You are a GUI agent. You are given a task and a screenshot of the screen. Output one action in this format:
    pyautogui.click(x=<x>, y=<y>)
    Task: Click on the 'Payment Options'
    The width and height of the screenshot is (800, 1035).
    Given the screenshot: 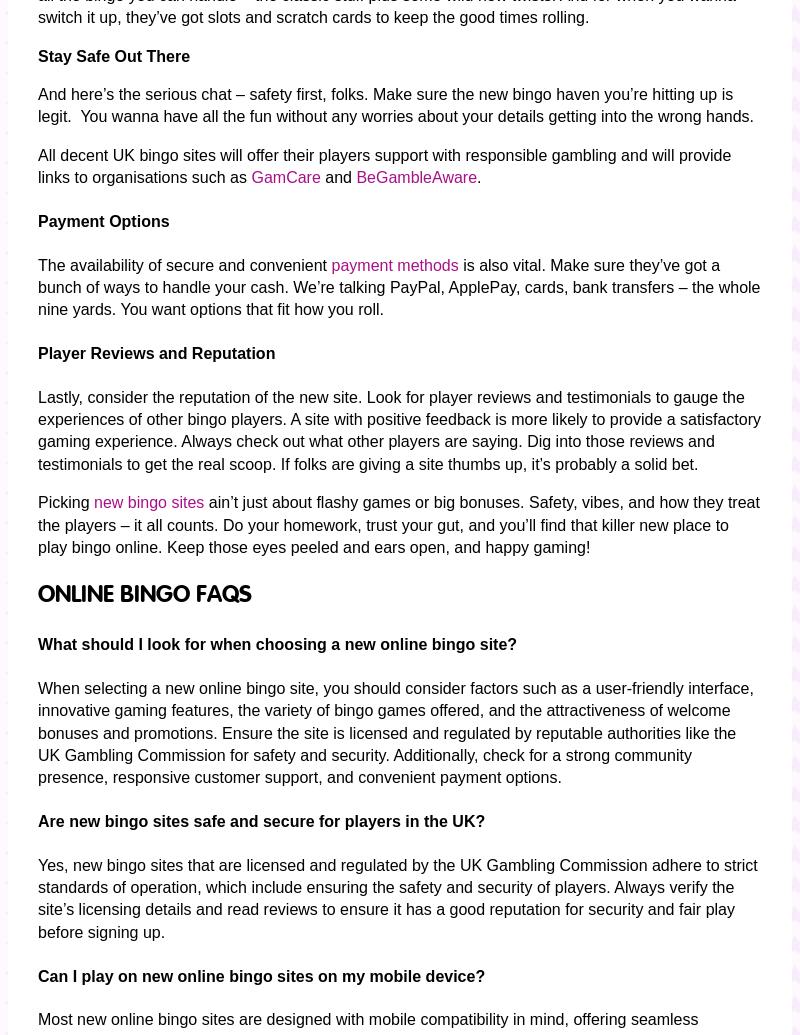 What is the action you would take?
    pyautogui.click(x=102, y=220)
    